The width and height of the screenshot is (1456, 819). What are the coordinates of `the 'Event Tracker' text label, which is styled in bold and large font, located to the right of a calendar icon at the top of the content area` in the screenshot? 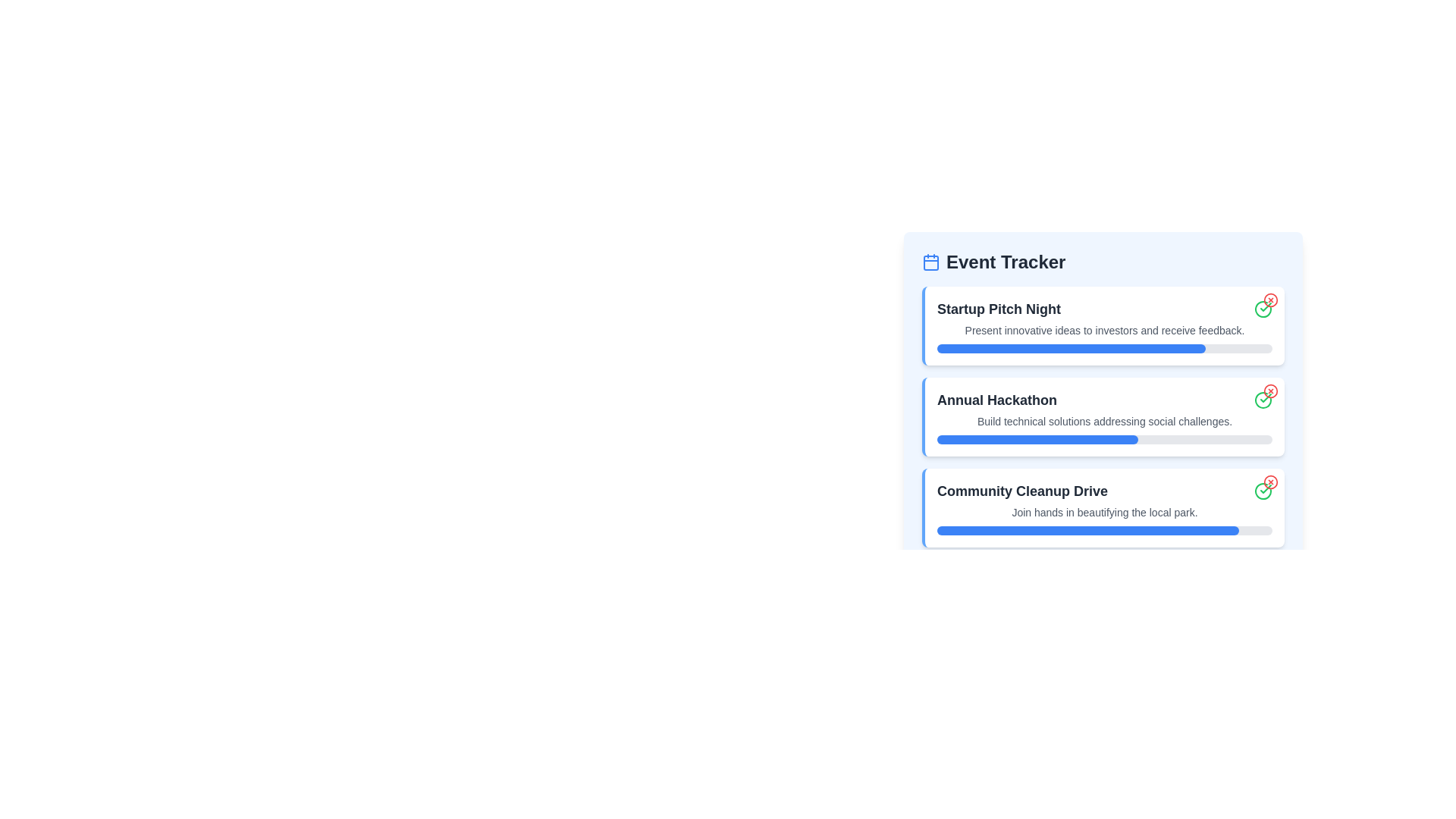 It's located at (1006, 262).